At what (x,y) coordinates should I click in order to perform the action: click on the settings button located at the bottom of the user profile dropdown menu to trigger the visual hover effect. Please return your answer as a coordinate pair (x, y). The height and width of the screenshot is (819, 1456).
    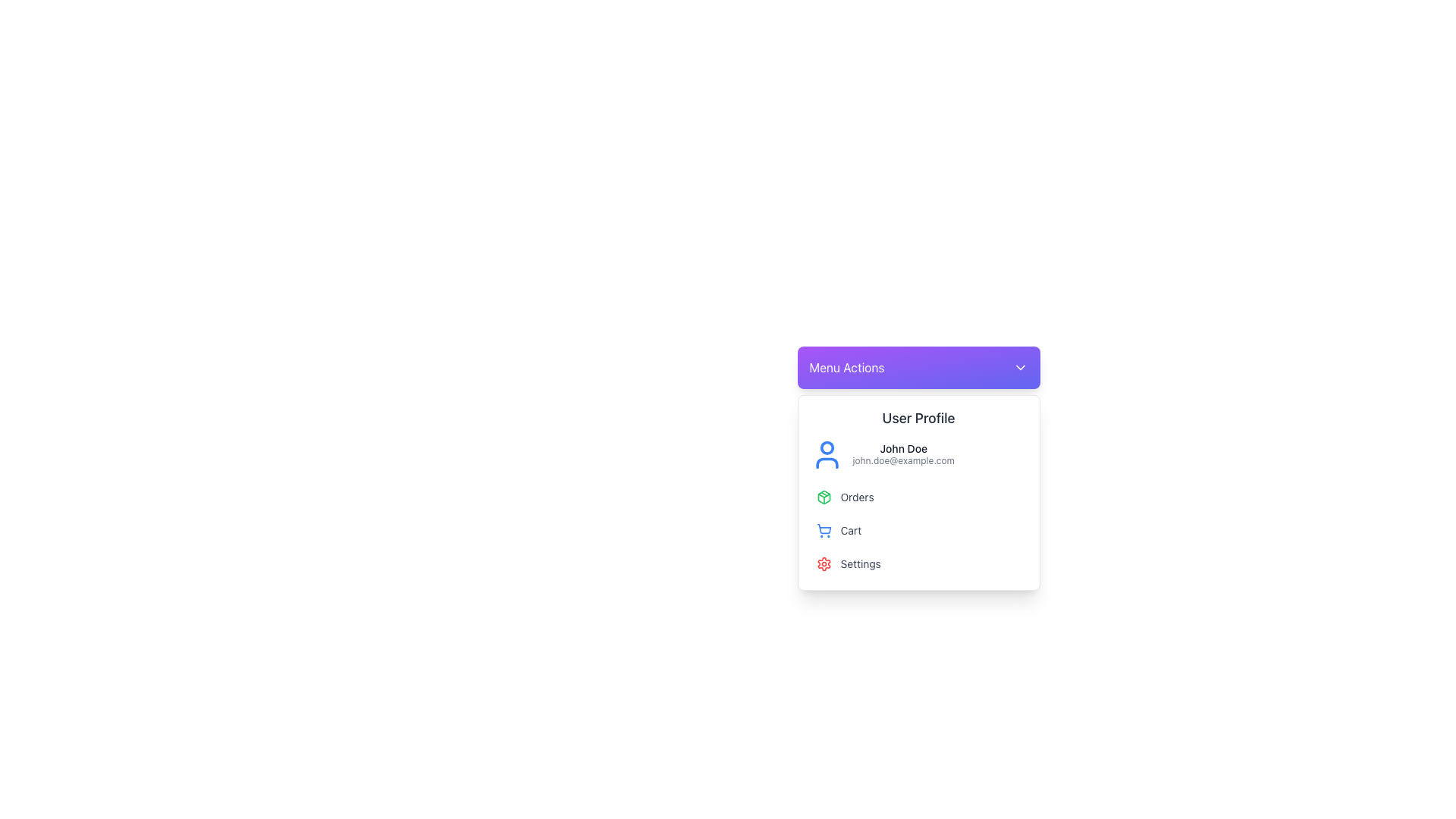
    Looking at the image, I should click on (918, 564).